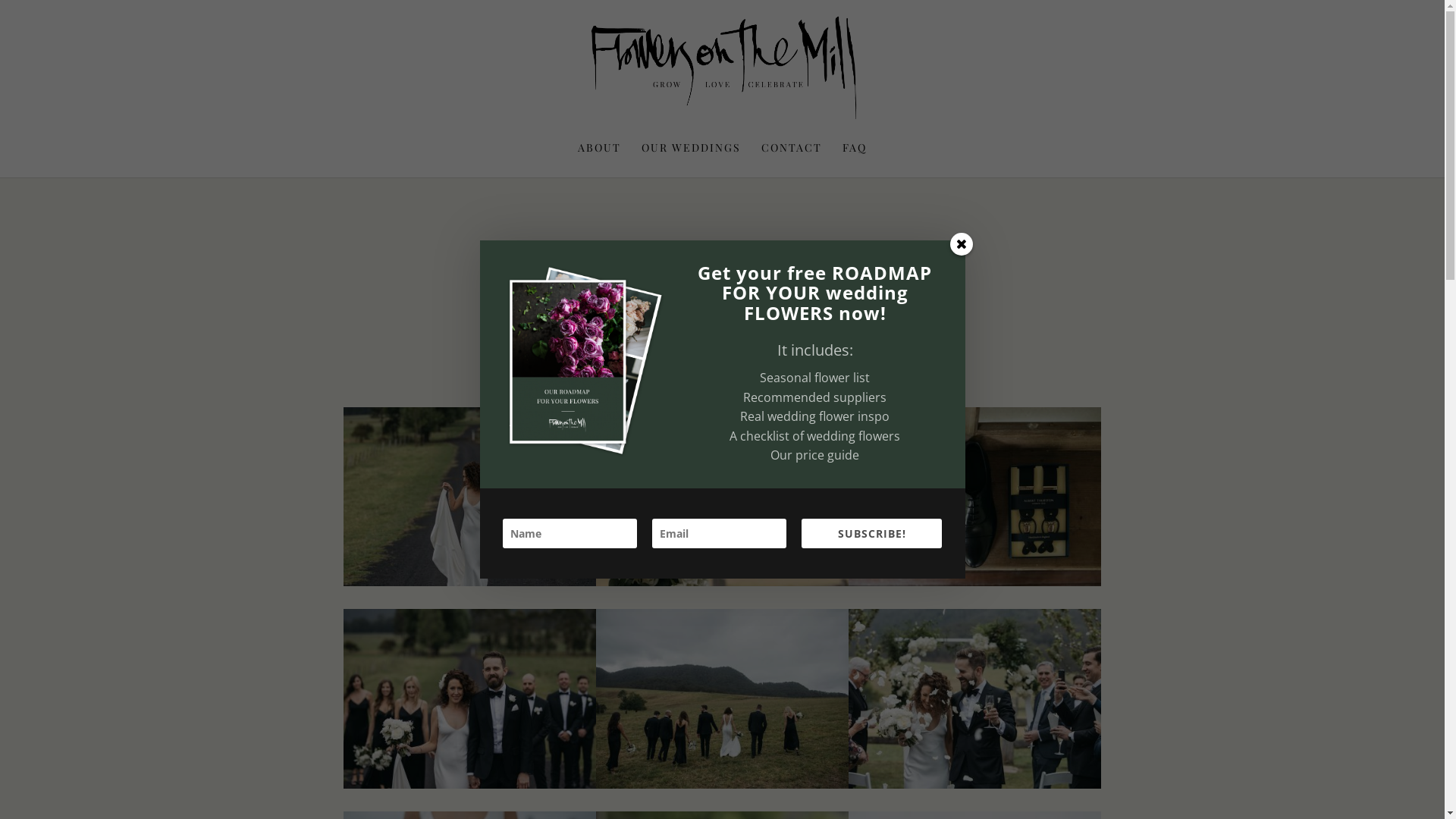  What do you see at coordinates (855, 160) in the screenshot?
I see `'FAQ'` at bounding box center [855, 160].